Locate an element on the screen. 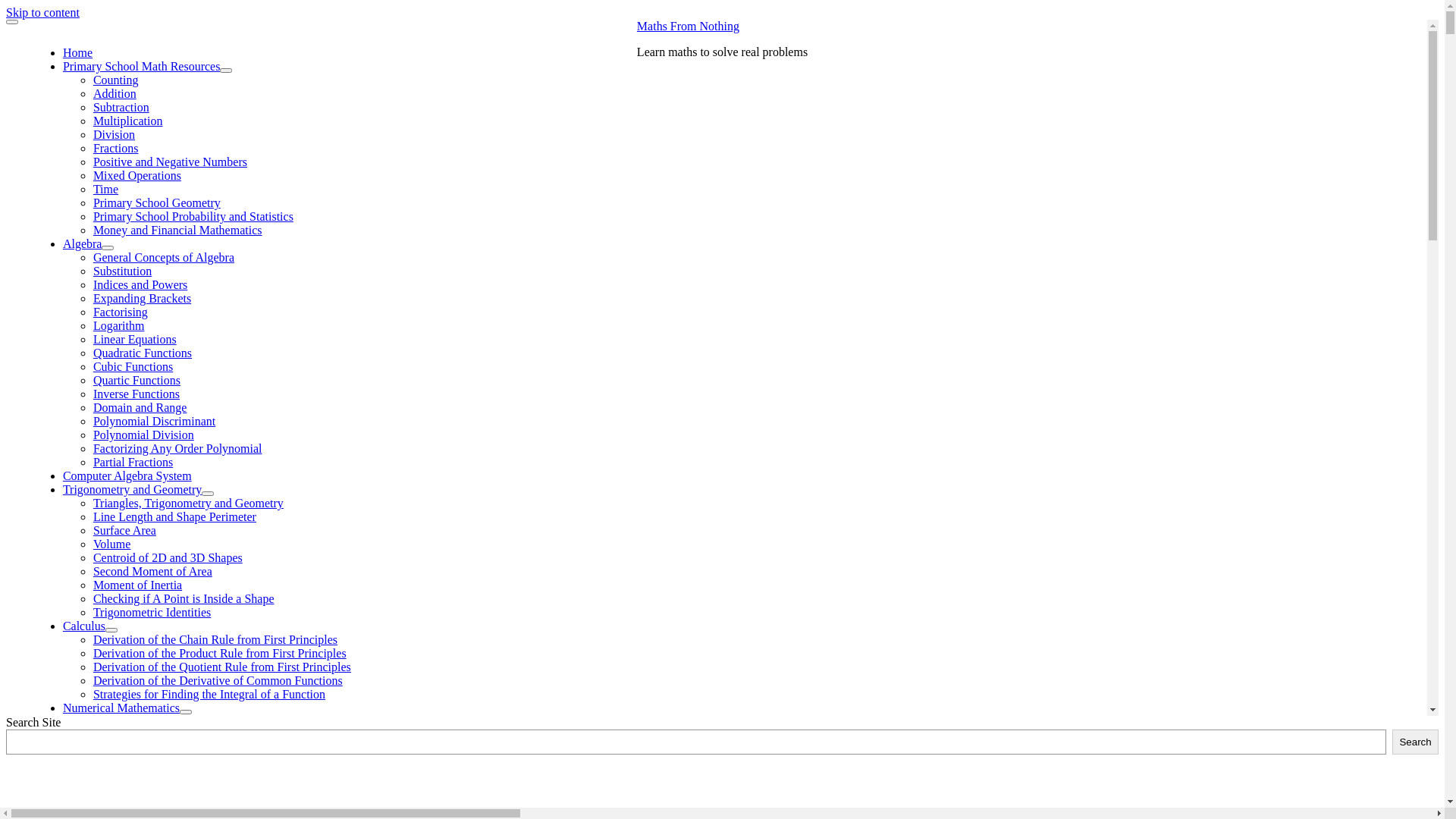 This screenshot has width=1456, height=819. 'Time' is located at coordinates (105, 188).